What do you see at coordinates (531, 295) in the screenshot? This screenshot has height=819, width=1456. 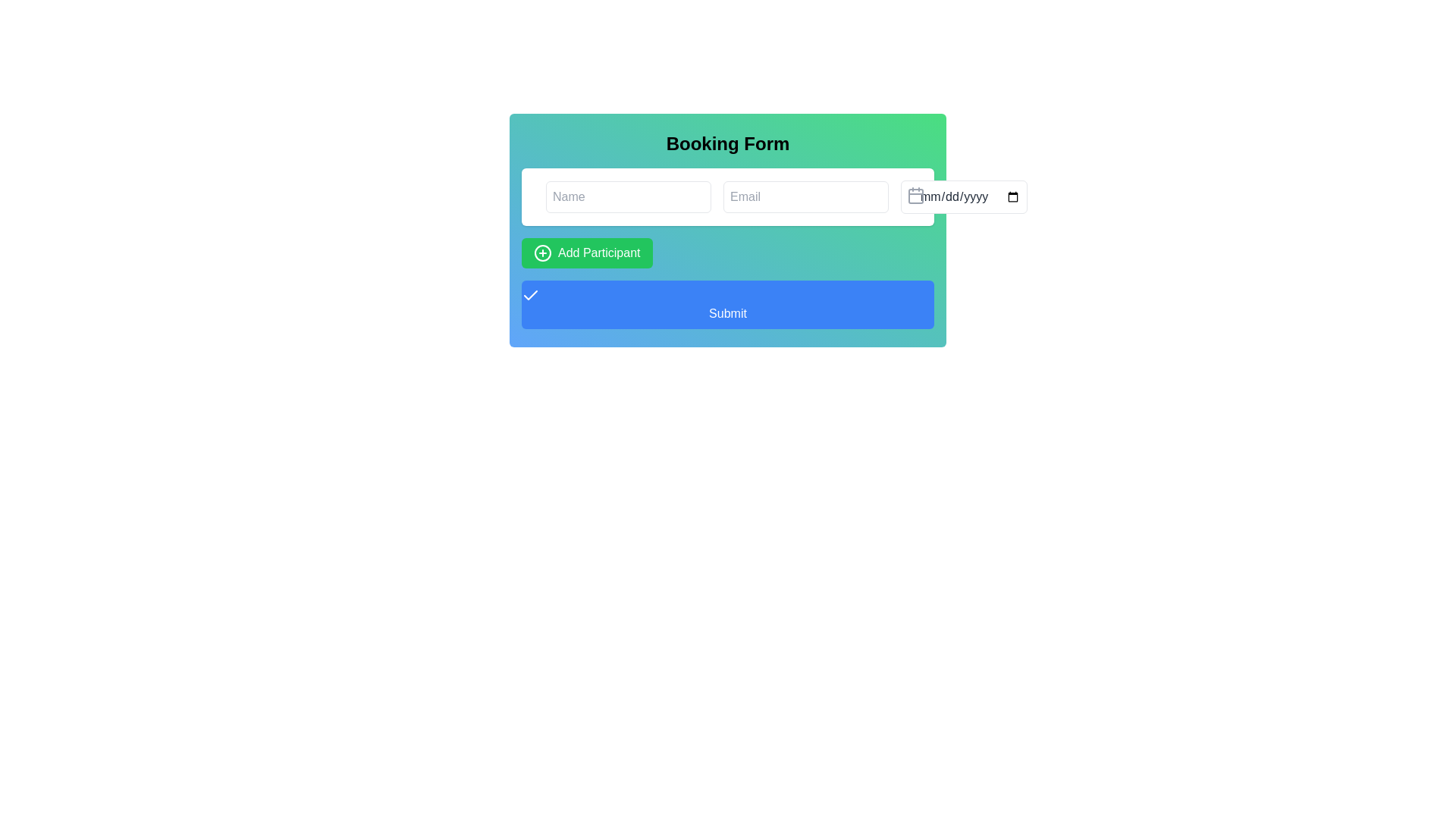 I see `the confirmation icon located on the left edge of the 'Submit' button at the bottom of the form` at bounding box center [531, 295].